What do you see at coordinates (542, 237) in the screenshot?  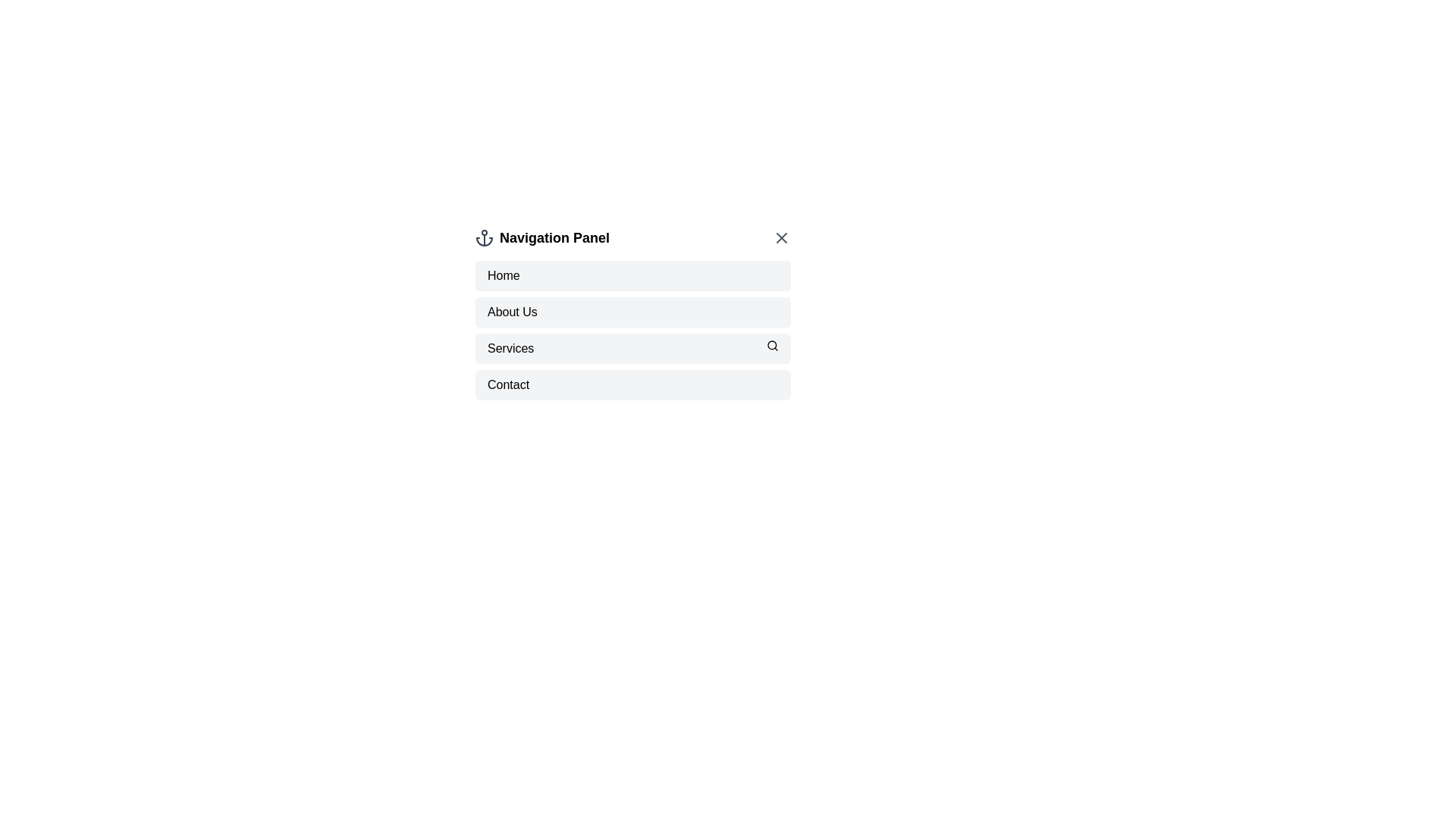 I see `the Header element that includes a gray anchor icon and the bold text 'Navigation Panel', which is positioned at the top of the navigation menu` at bounding box center [542, 237].